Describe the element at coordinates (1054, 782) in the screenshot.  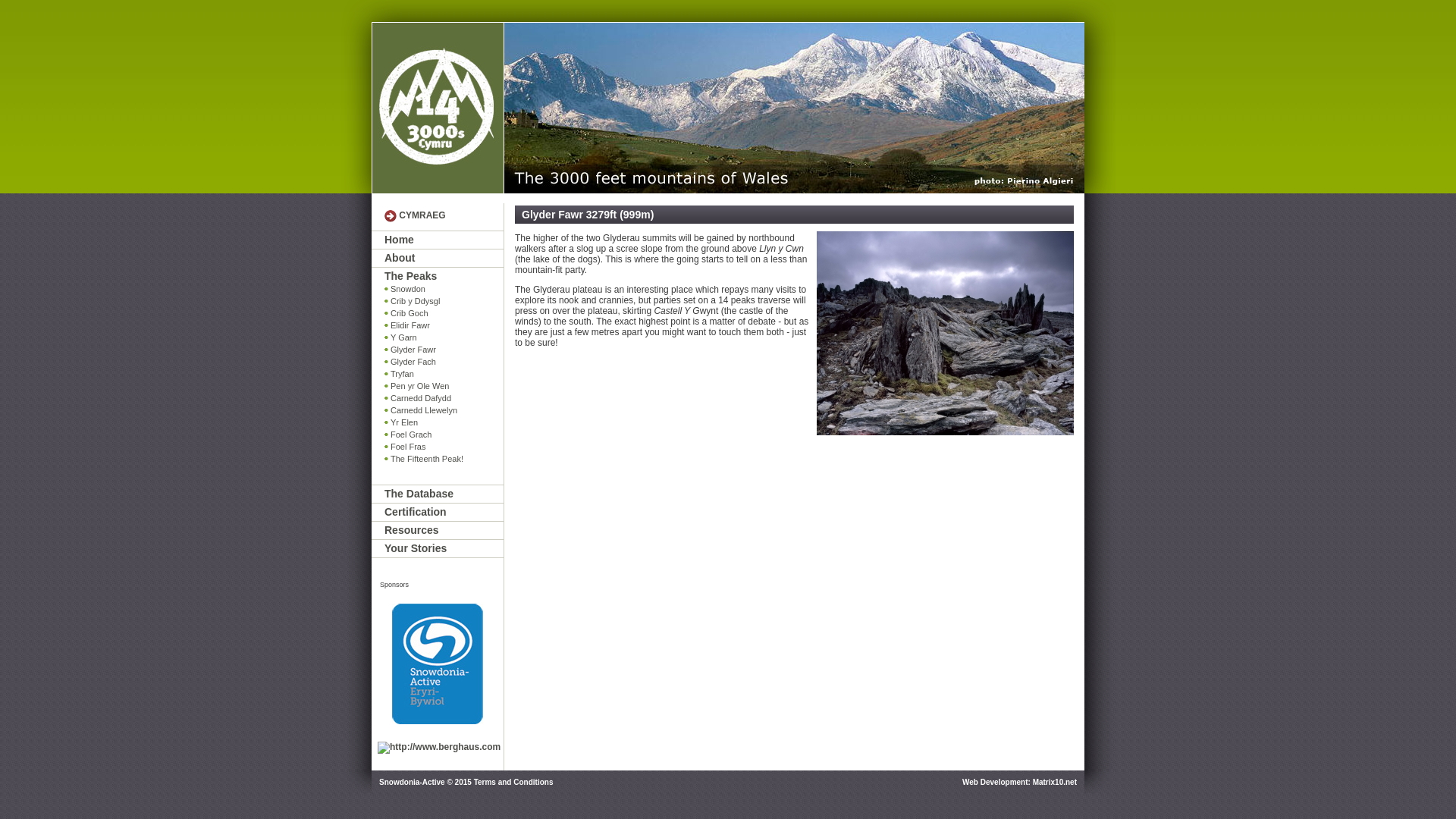
I see `'Matrix10.net'` at that location.